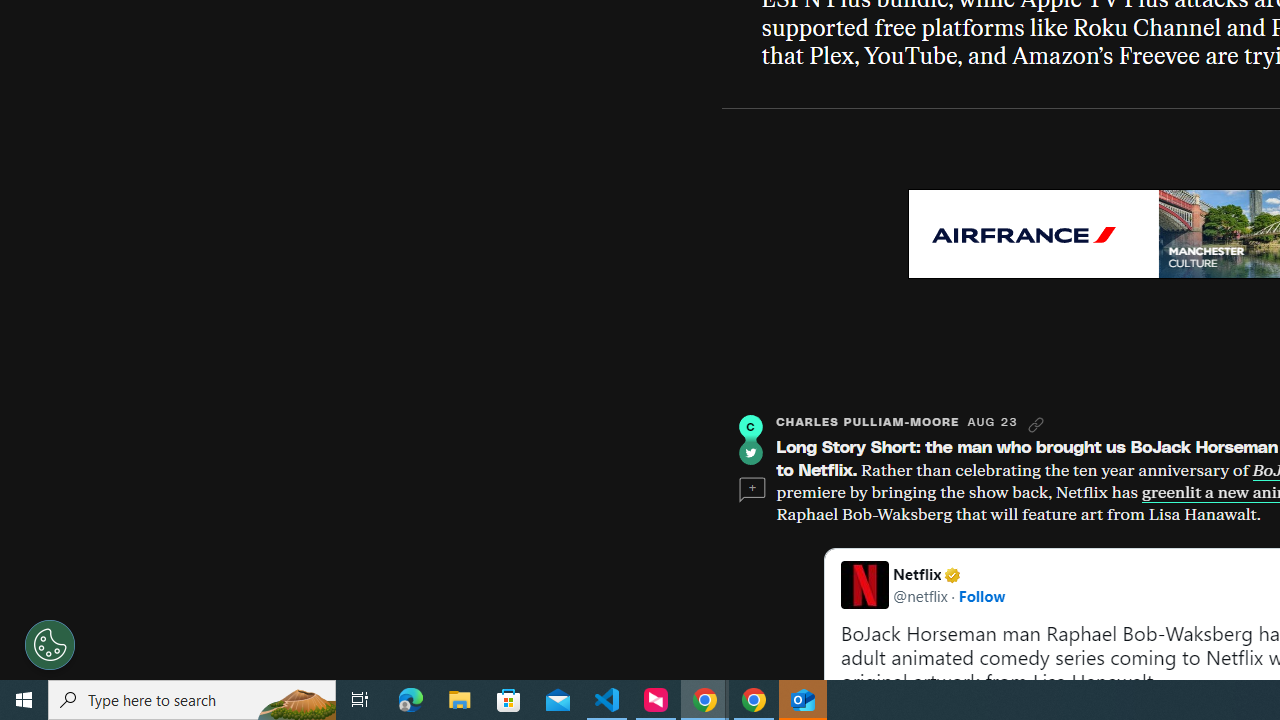 Image resolution: width=1280 pixels, height=720 pixels. I want to click on 'Link', so click(1036, 424).